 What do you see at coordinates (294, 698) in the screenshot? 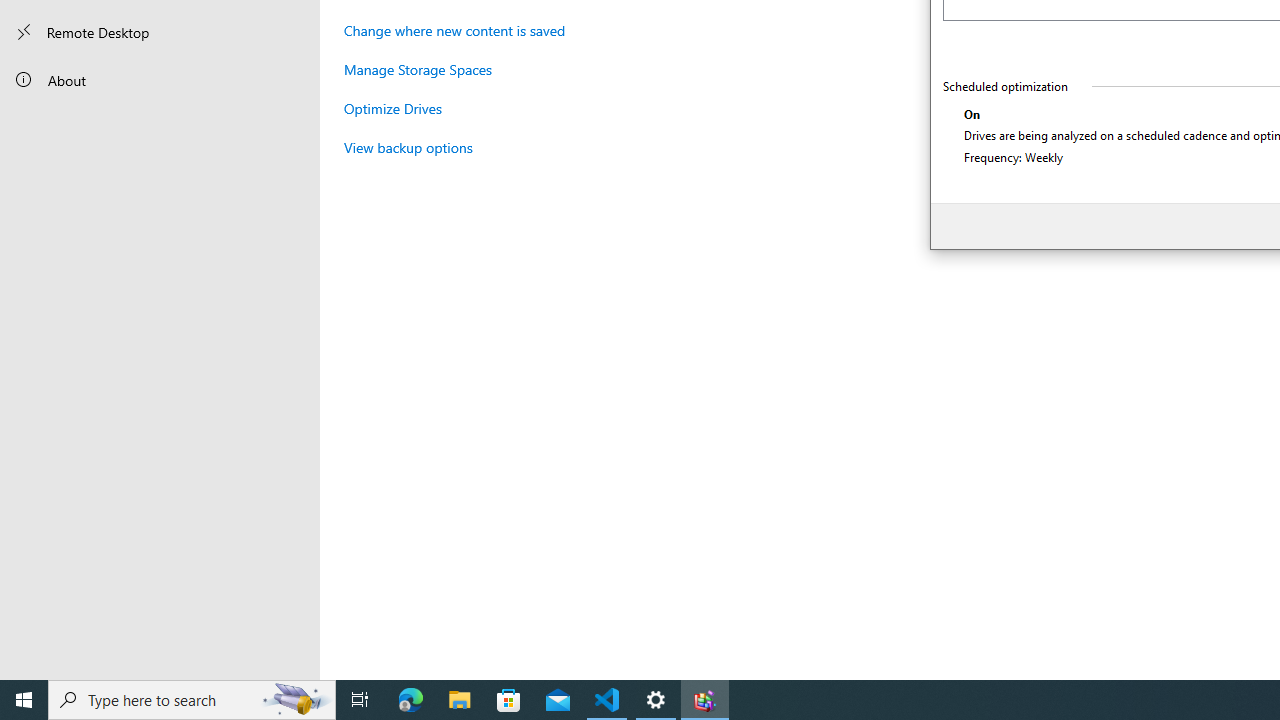
I see `'Search highlights icon opens search home window'` at bounding box center [294, 698].